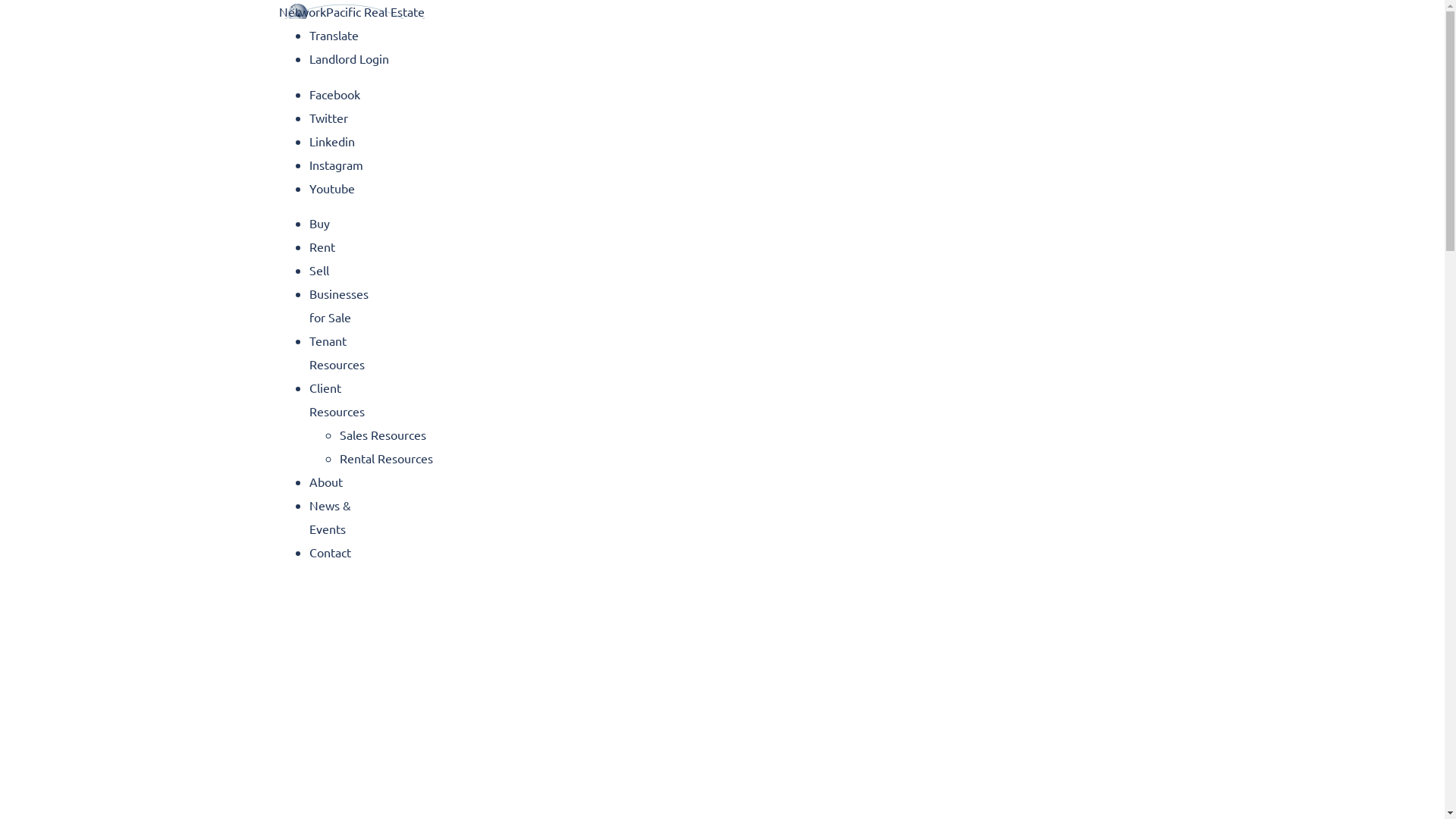 This screenshot has width=1456, height=819. I want to click on 'Linkedin', so click(331, 140).